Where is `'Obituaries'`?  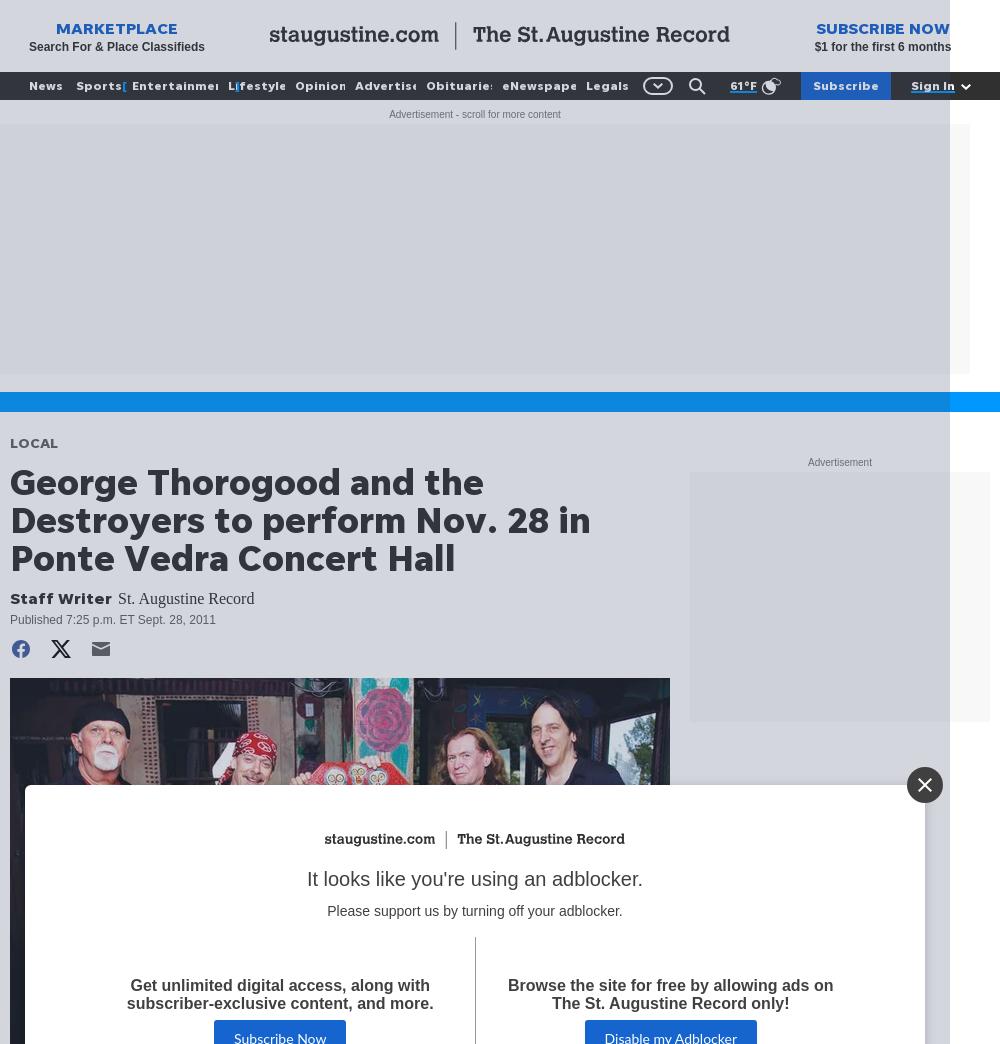 'Obituaries' is located at coordinates (460, 85).